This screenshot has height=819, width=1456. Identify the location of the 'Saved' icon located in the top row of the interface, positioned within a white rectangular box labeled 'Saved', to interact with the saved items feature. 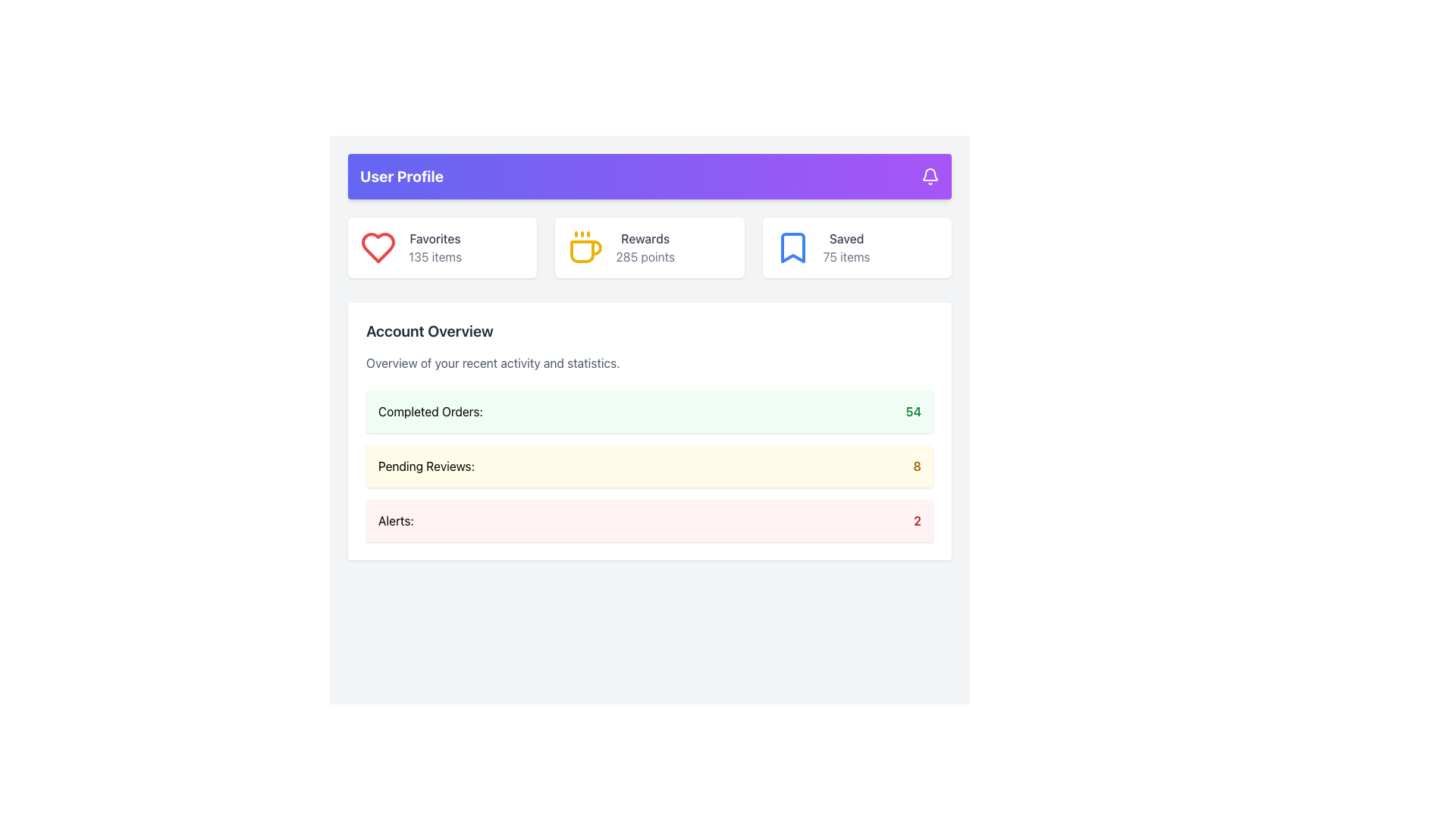
(792, 247).